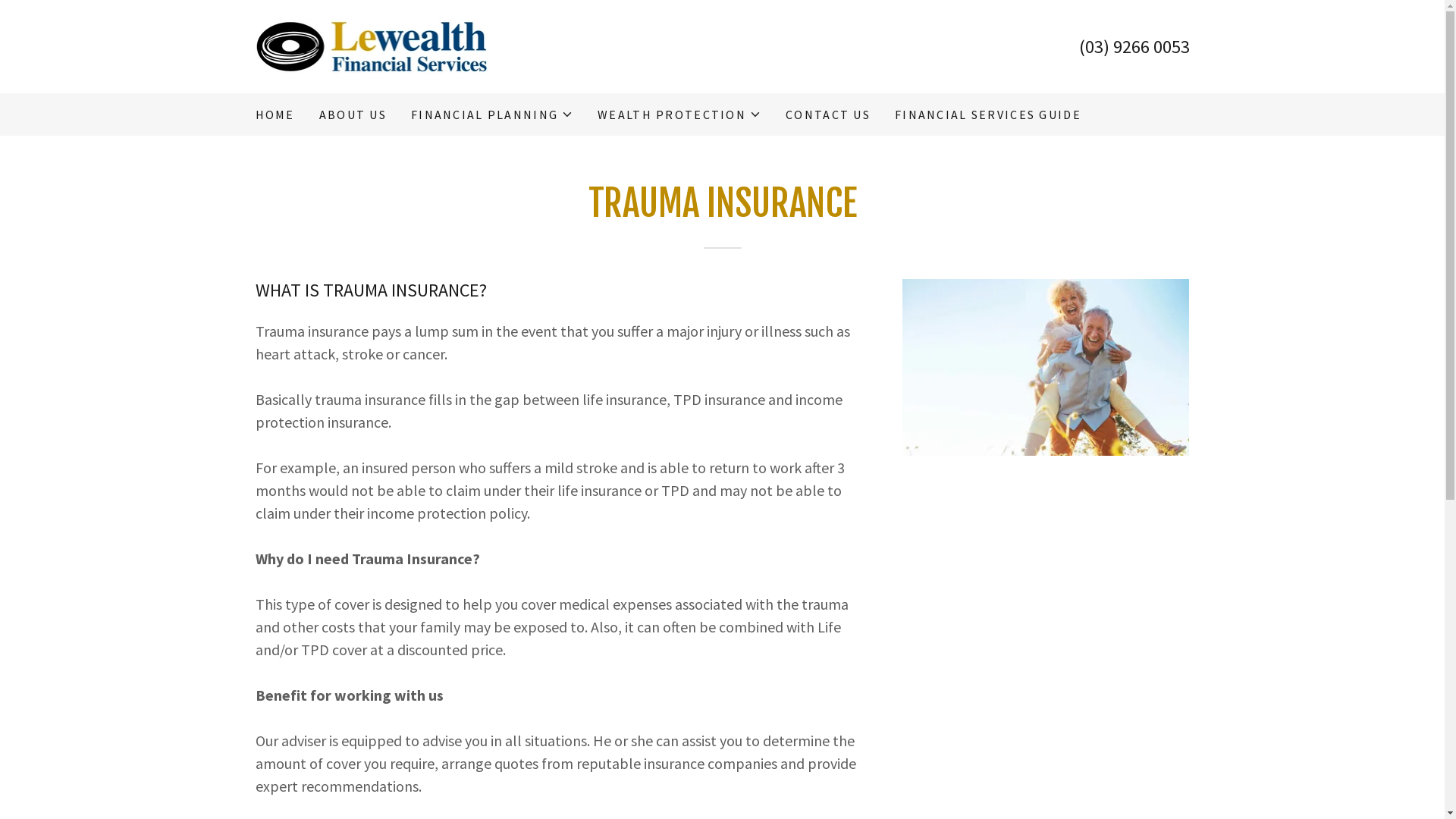 This screenshot has height=819, width=1456. I want to click on 'HOME', so click(274, 113).